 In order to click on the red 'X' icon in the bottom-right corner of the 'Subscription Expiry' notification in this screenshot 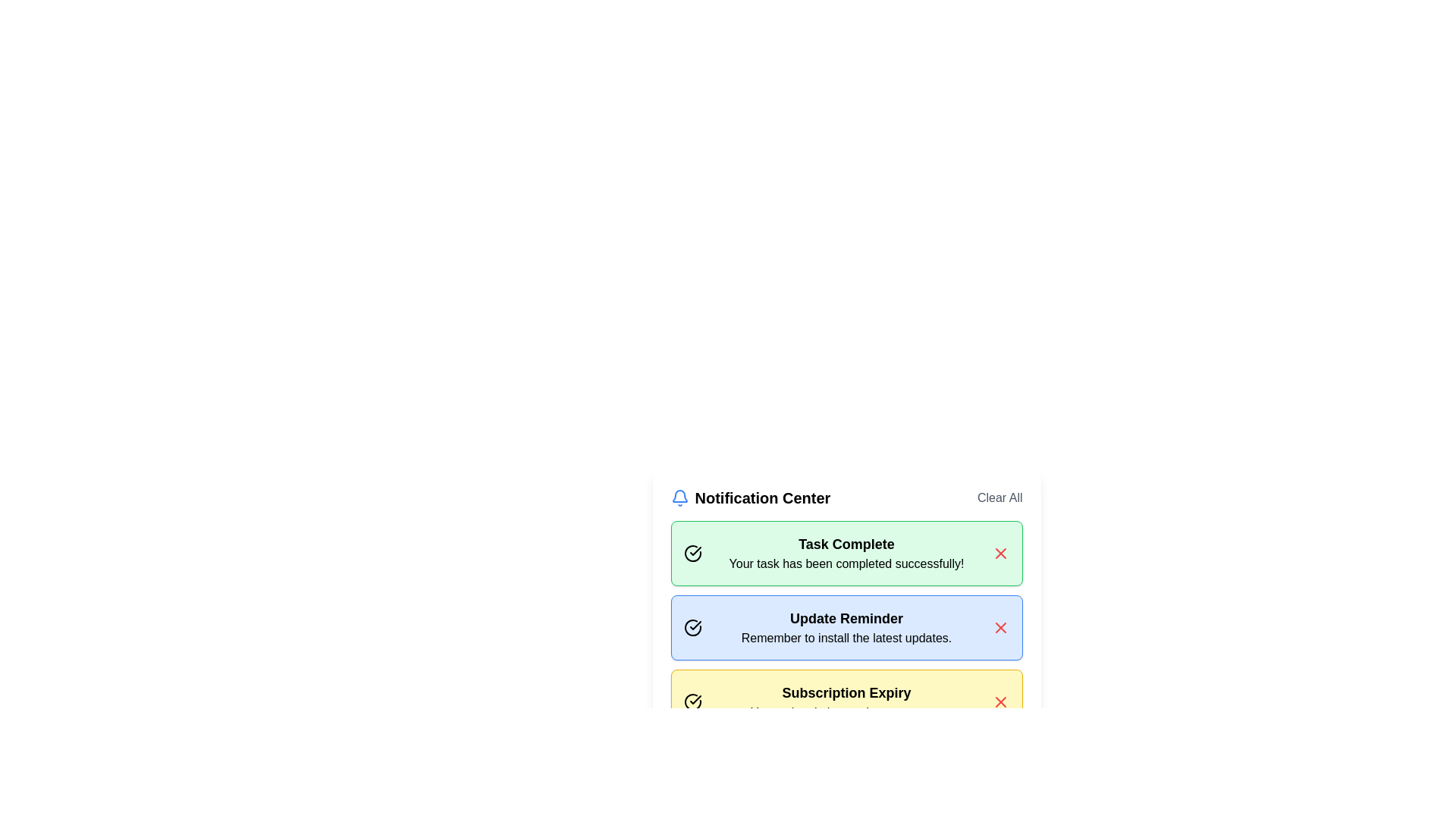, I will do `click(1000, 701)`.